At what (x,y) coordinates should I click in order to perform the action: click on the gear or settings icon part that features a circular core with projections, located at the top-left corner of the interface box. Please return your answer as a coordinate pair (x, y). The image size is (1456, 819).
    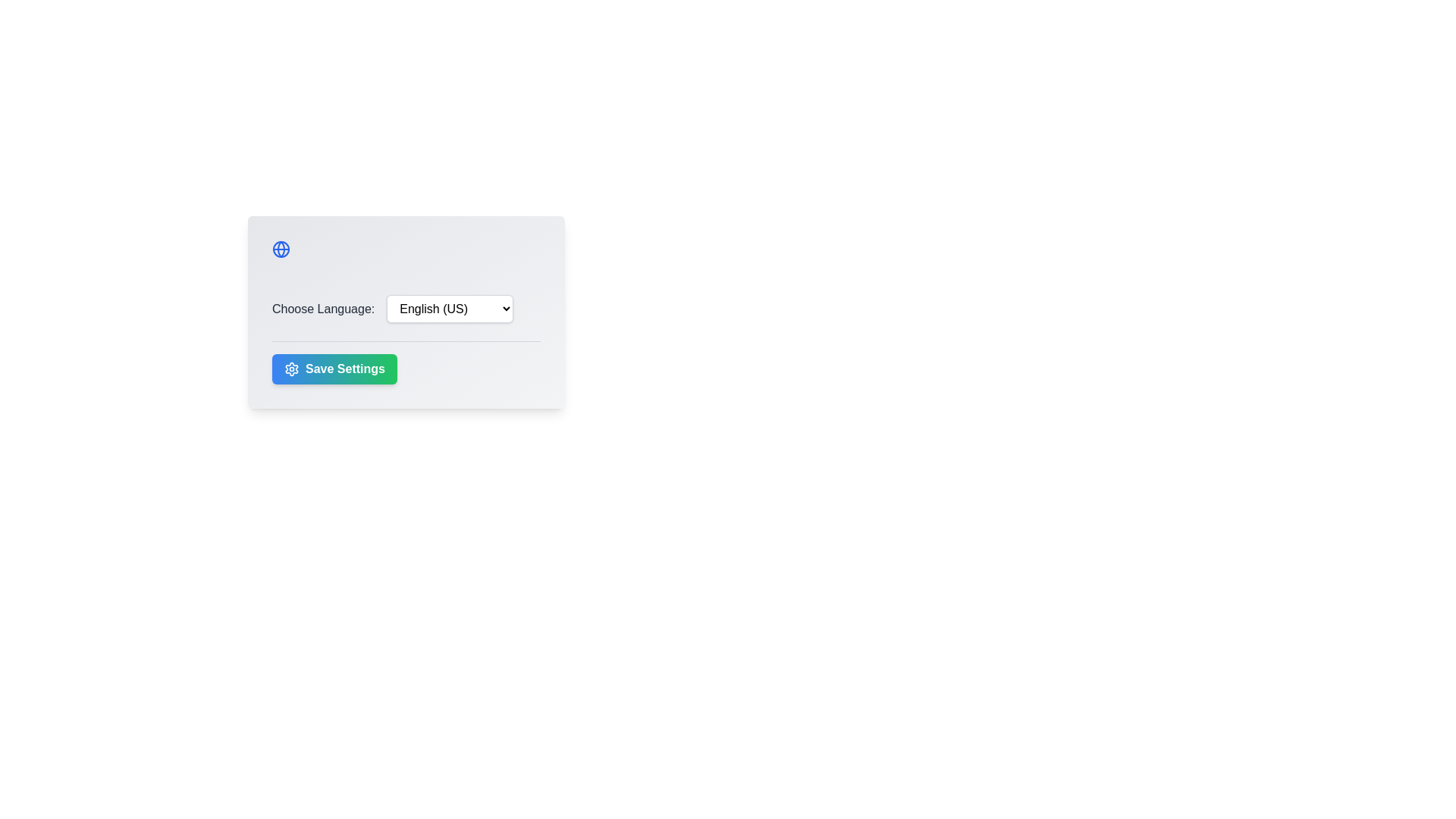
    Looking at the image, I should click on (291, 369).